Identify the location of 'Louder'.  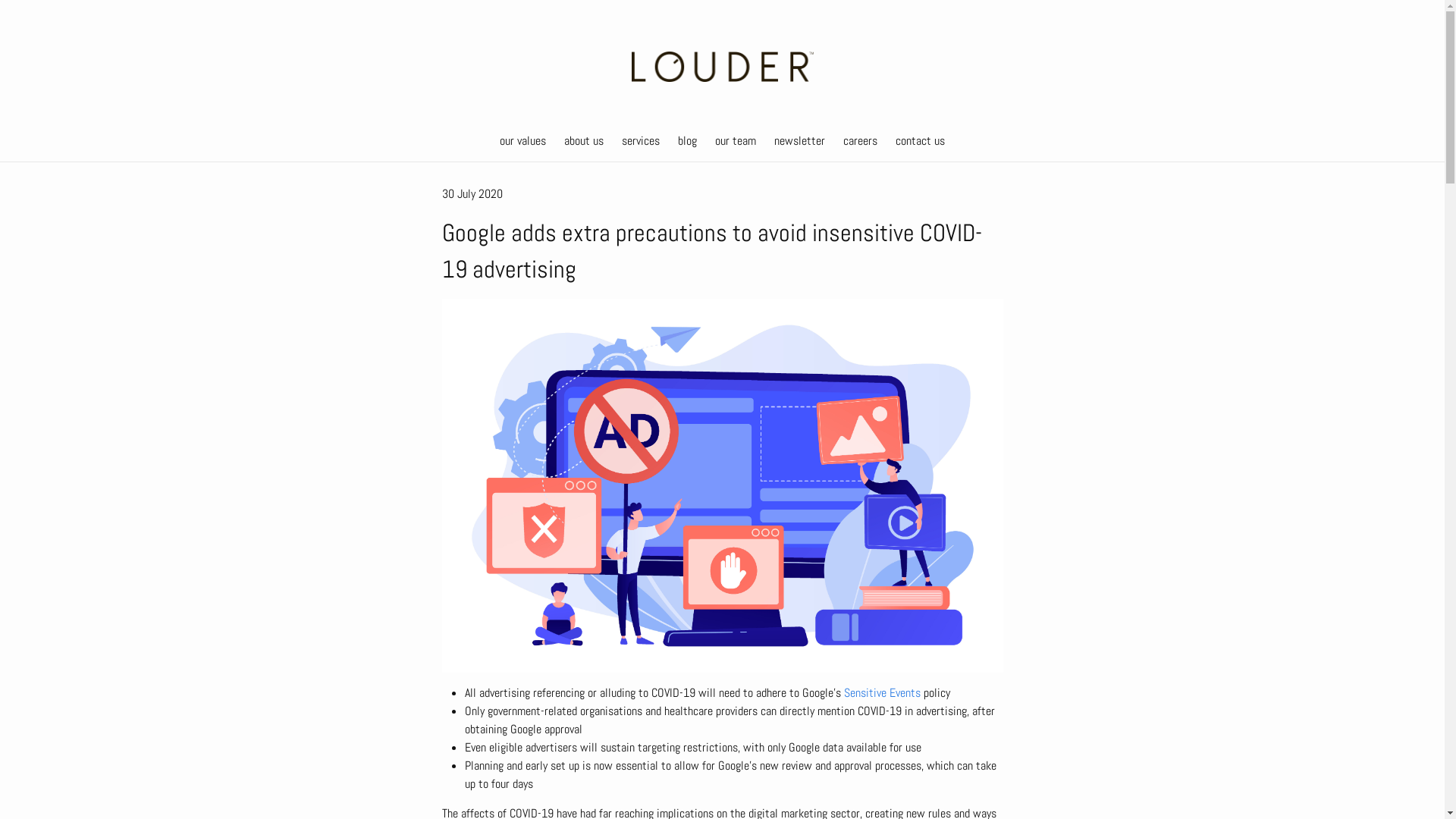
(630, 66).